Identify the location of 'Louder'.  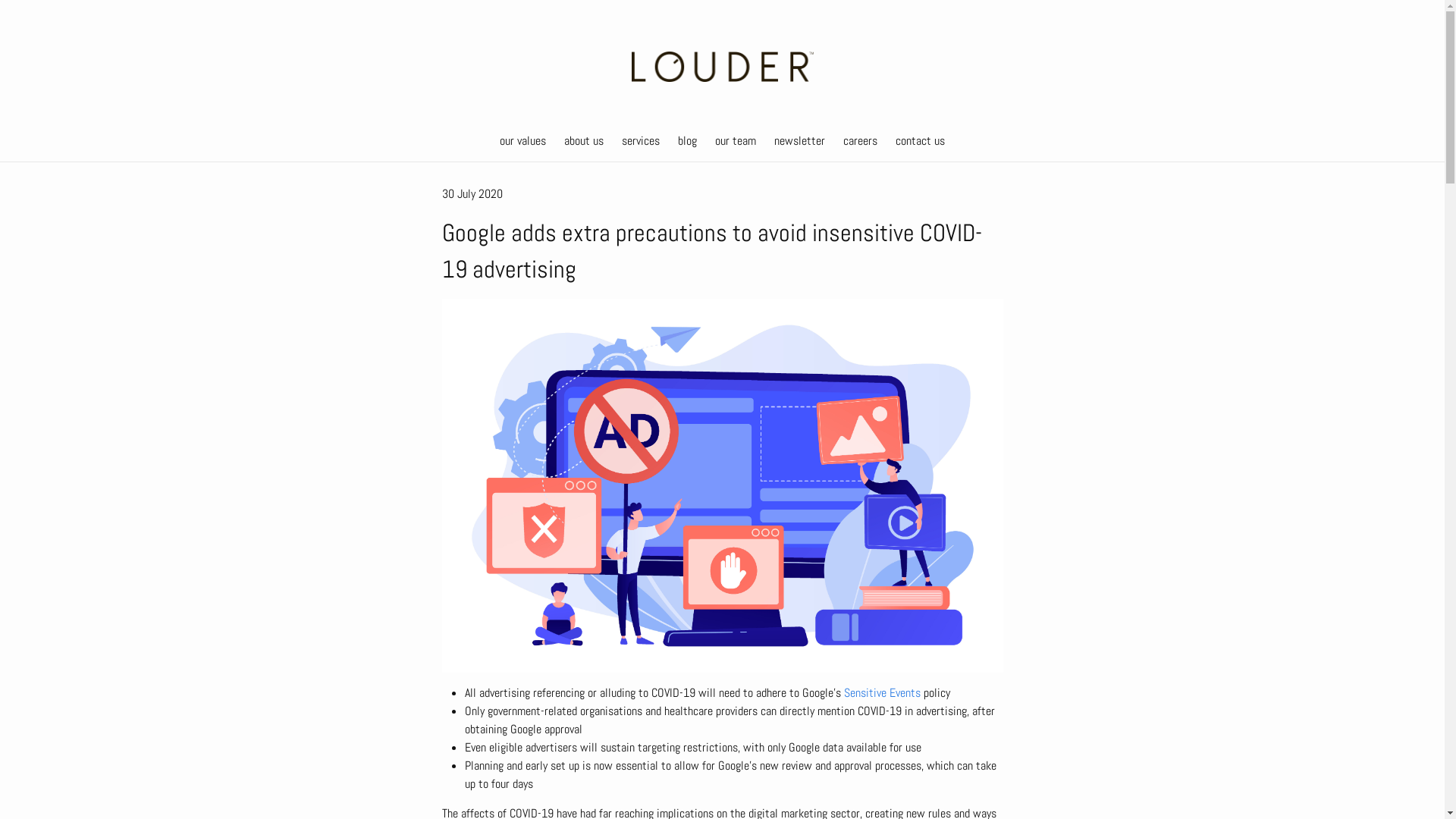
(630, 66).